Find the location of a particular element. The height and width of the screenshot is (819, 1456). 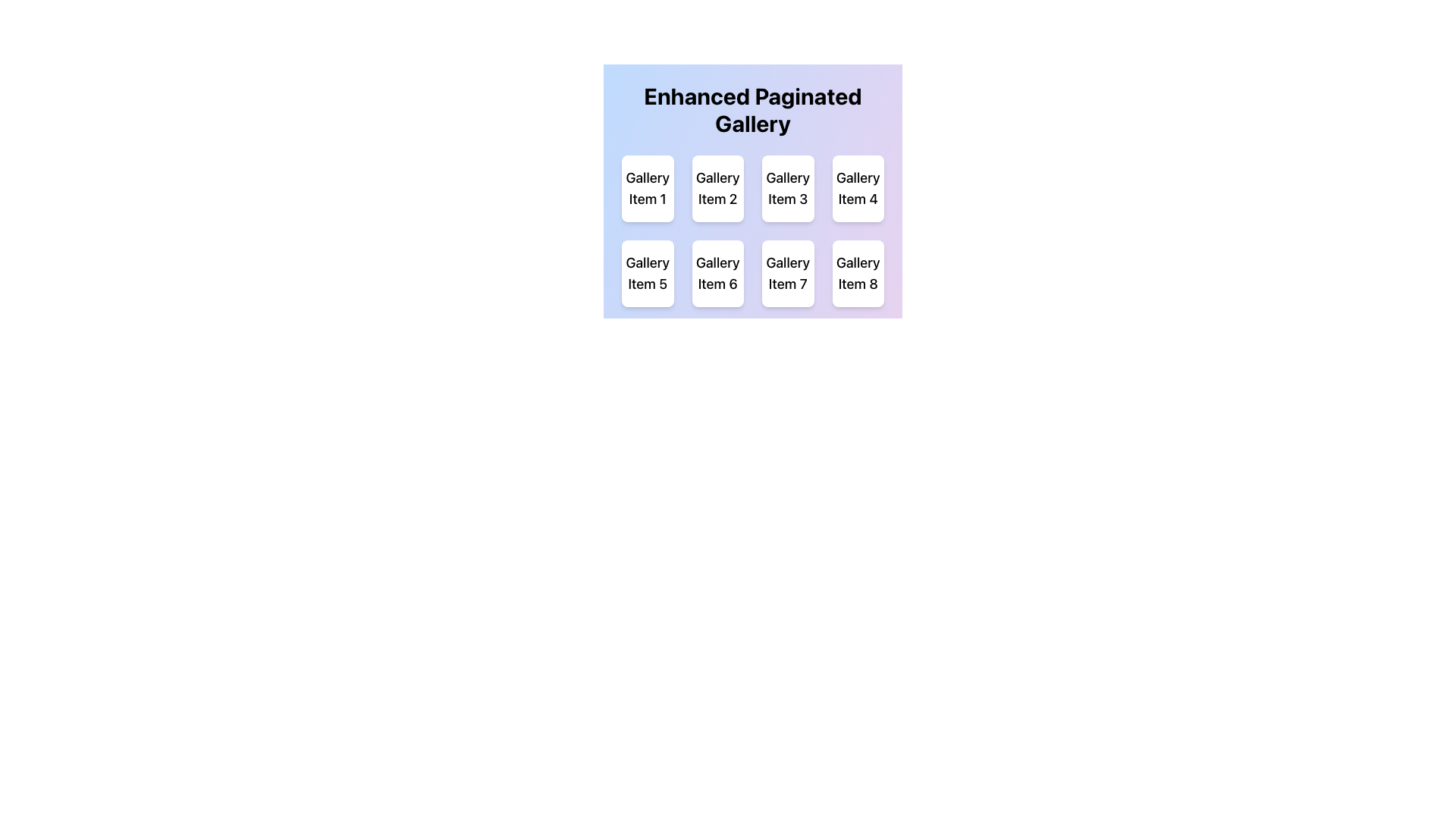

the first Interactive Card in the grid layout is located at coordinates (648, 188).